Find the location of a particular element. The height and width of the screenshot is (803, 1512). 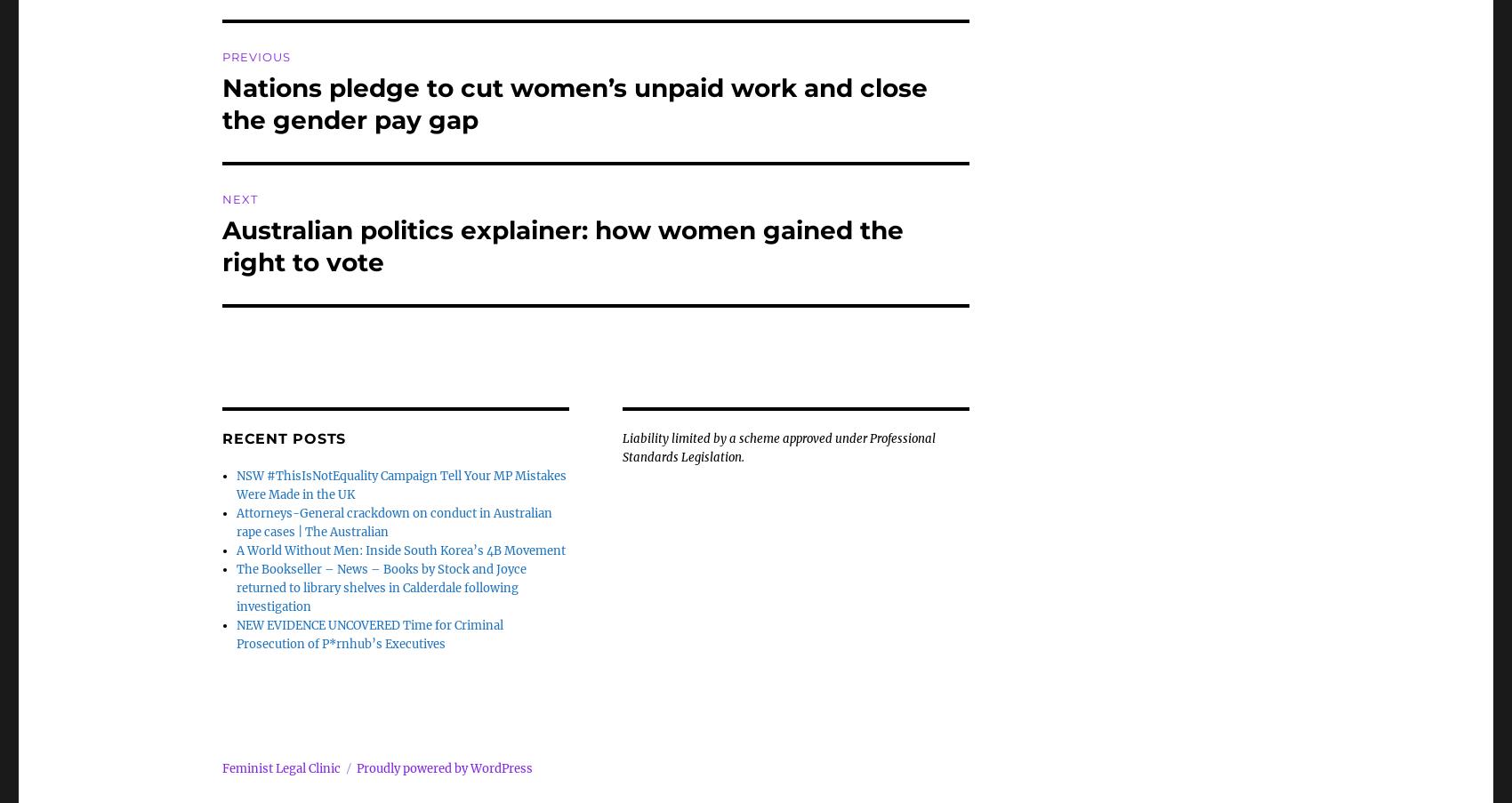

'Feminist Legal Clinic' is located at coordinates (281, 768).